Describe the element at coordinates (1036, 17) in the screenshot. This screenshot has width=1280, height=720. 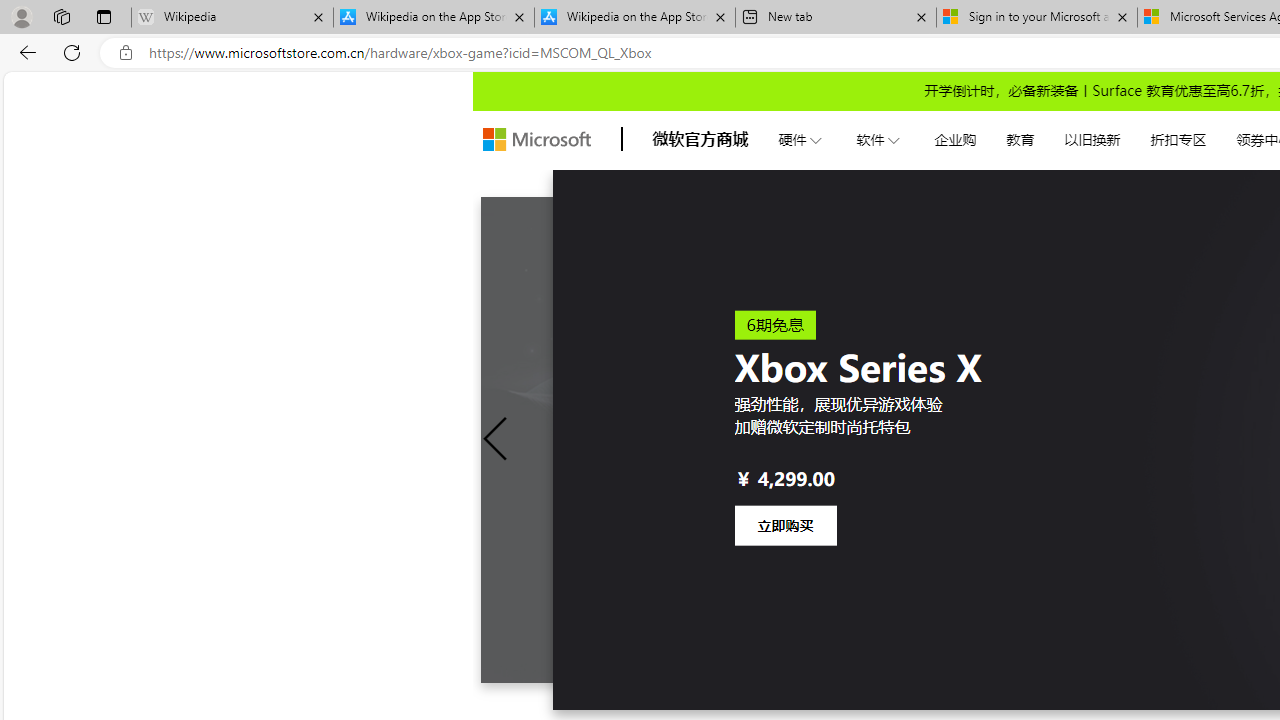
I see `'Sign in to your Microsoft account'` at that location.